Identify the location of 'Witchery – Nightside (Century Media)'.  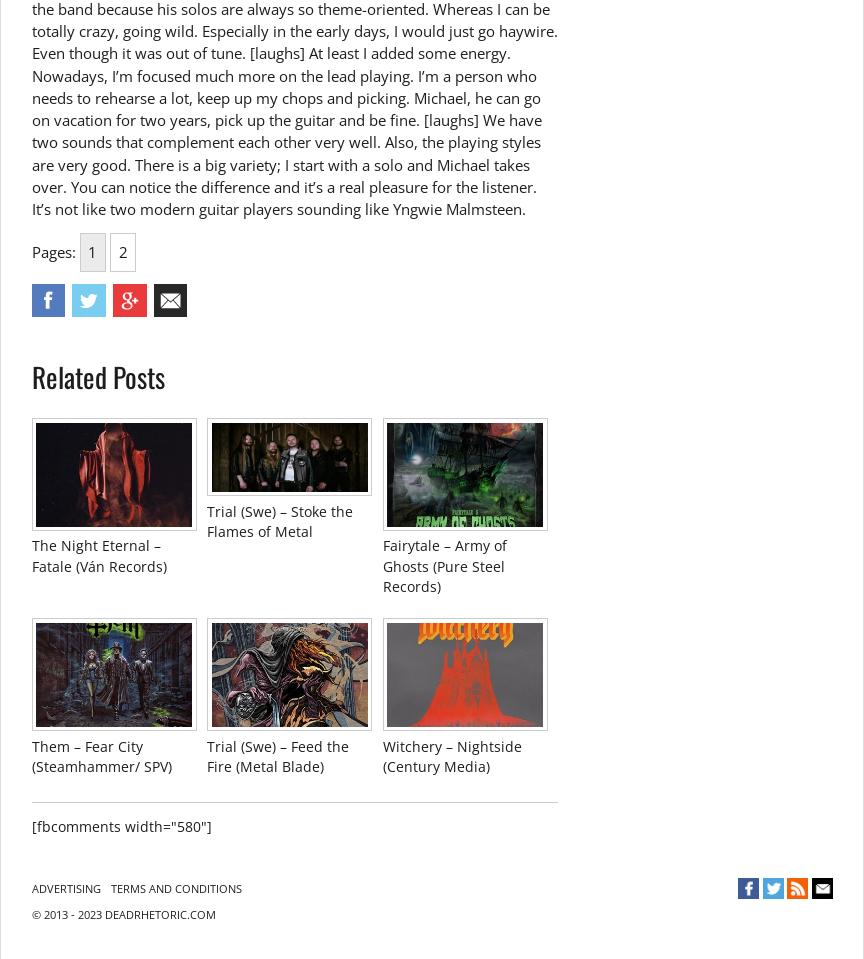
(451, 755).